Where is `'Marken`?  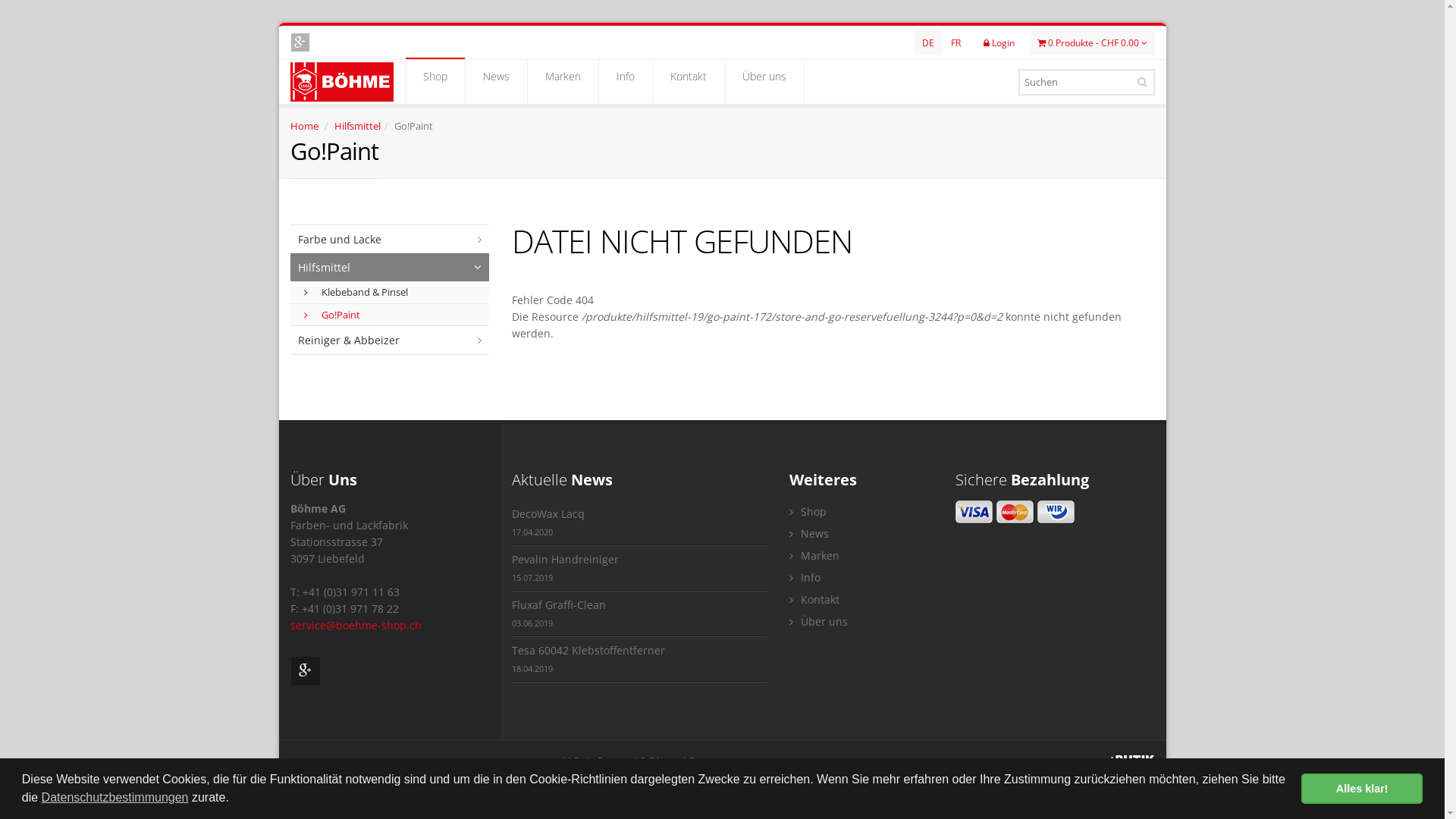 'Marken is located at coordinates (562, 82).